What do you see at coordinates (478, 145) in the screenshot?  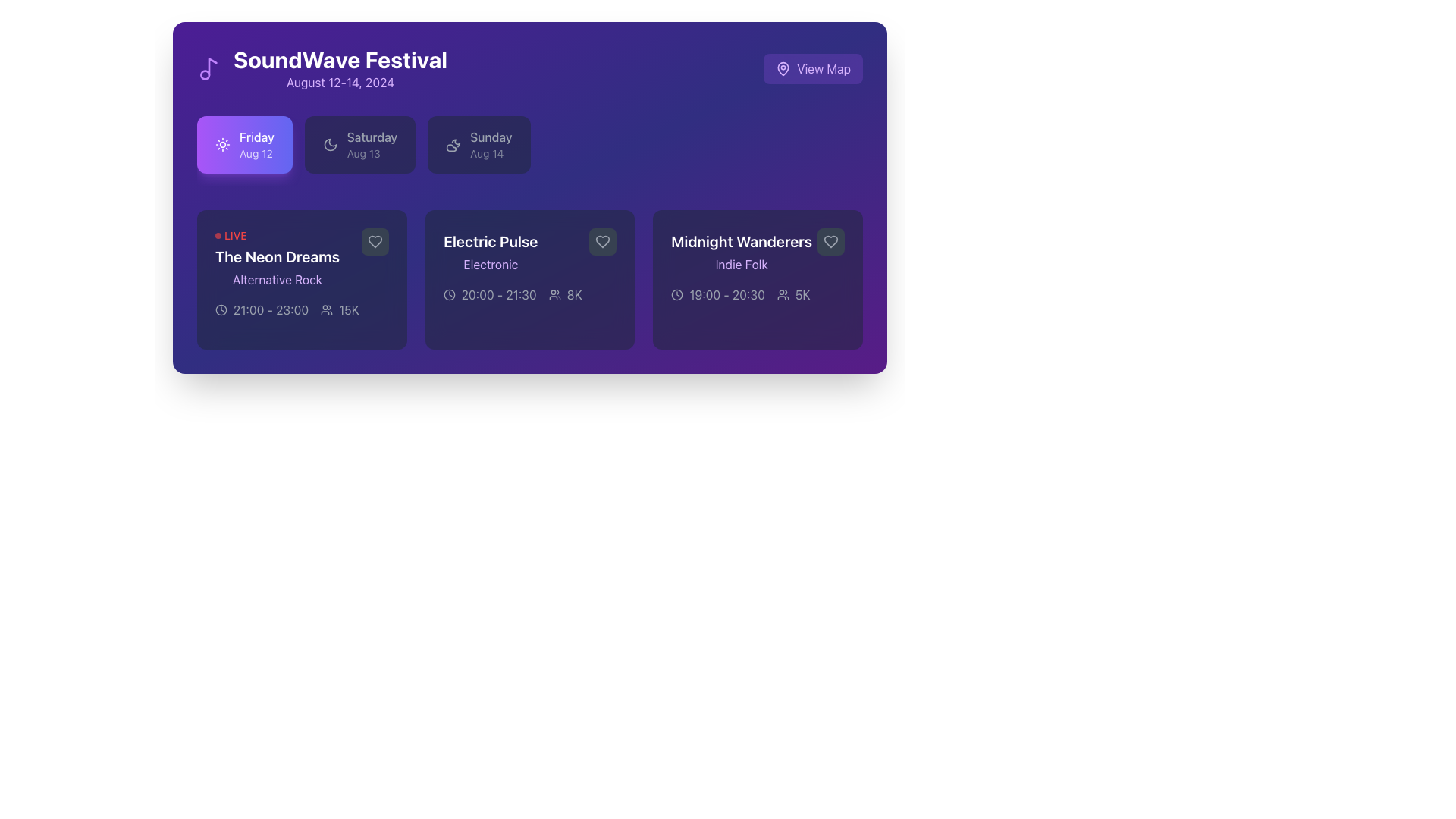 I see `the third button labeled 'Sunday' with a weather icon` at bounding box center [478, 145].